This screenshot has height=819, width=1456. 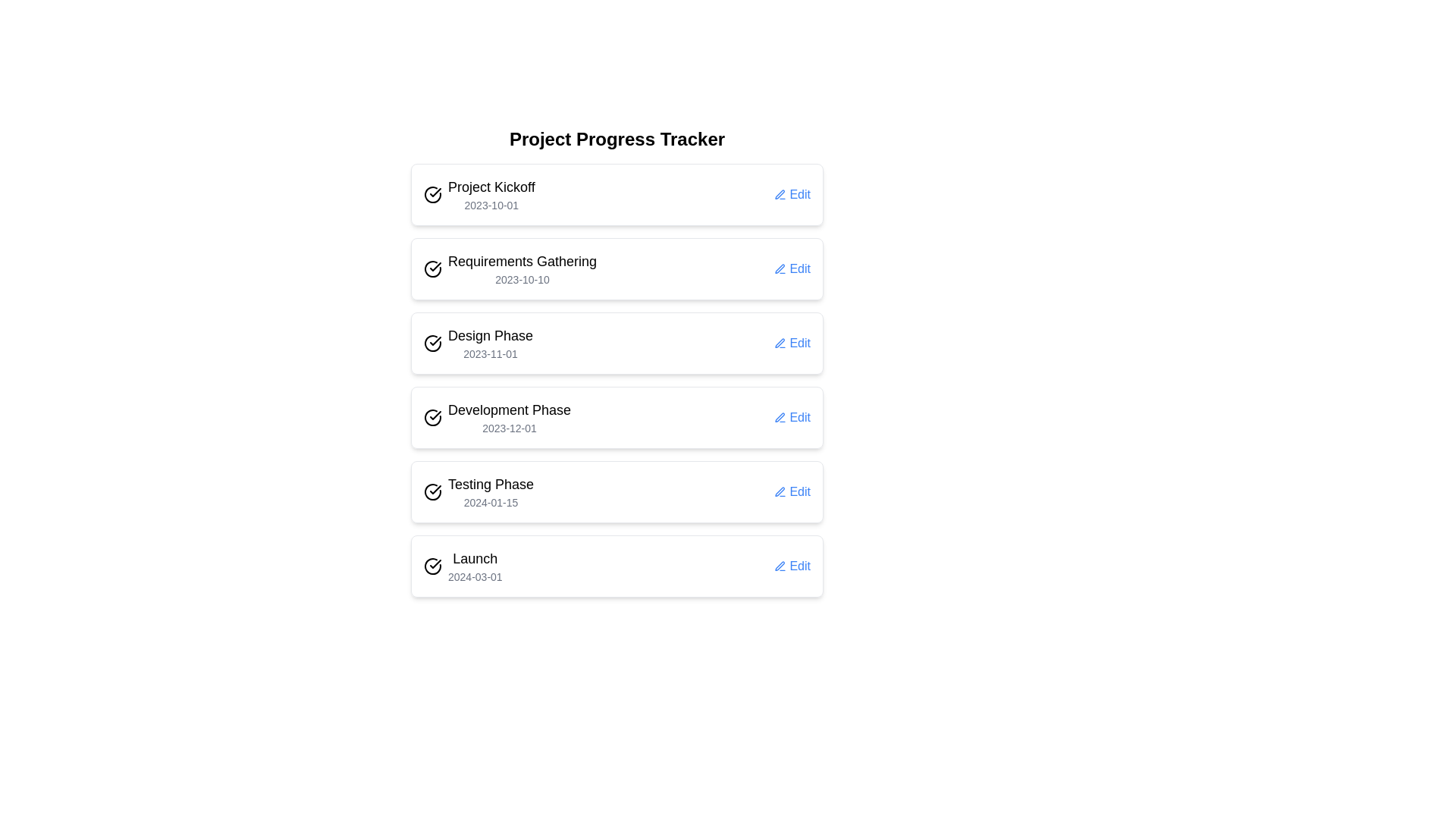 I want to click on the circular icon with a checkmark inside, which is located to the left of the text 'Development Phase' in the fourth row of the 'Project Progress Tracker' section, so click(x=432, y=418).